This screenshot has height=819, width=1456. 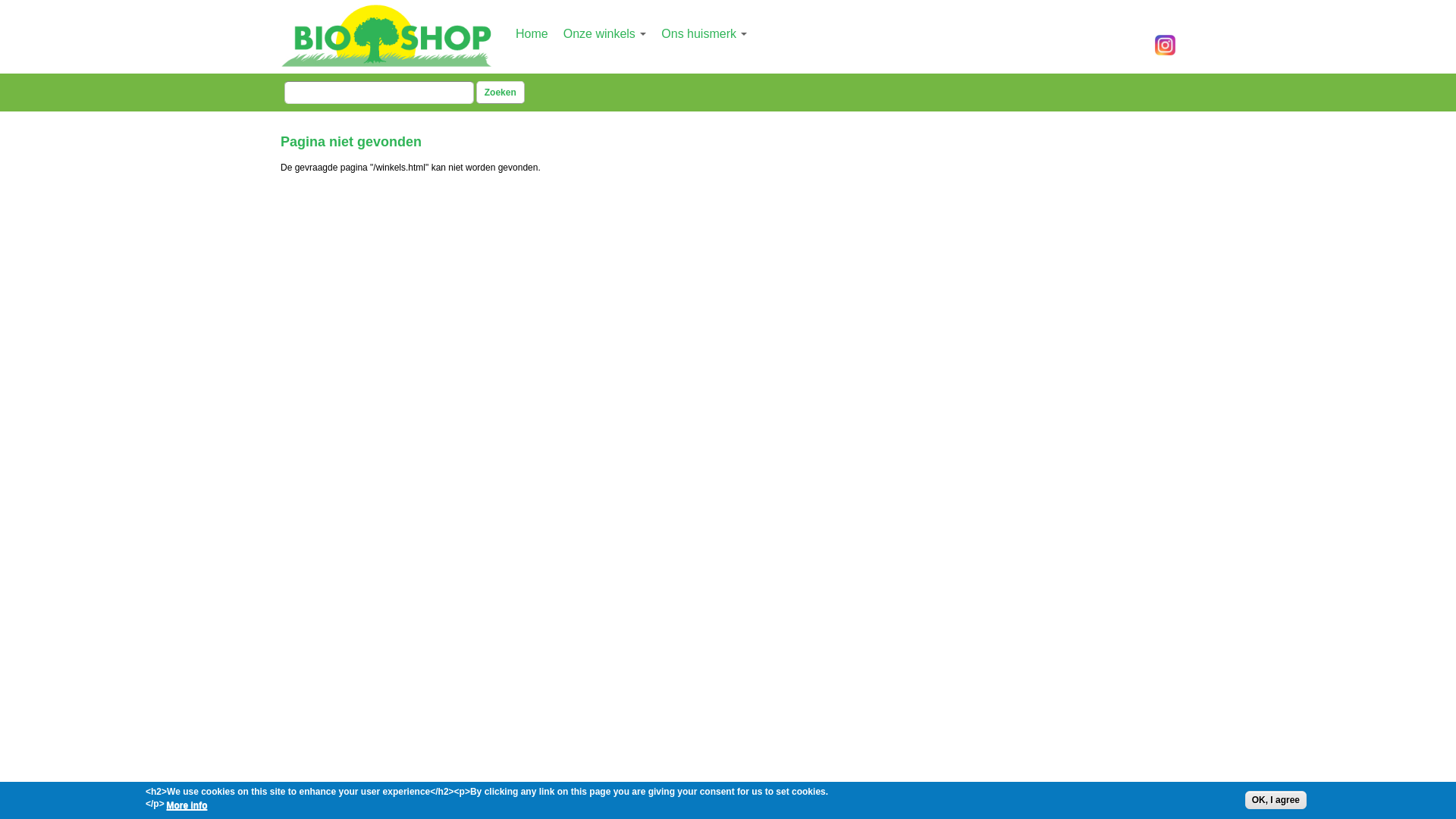 I want to click on 'More info', so click(x=185, y=804).